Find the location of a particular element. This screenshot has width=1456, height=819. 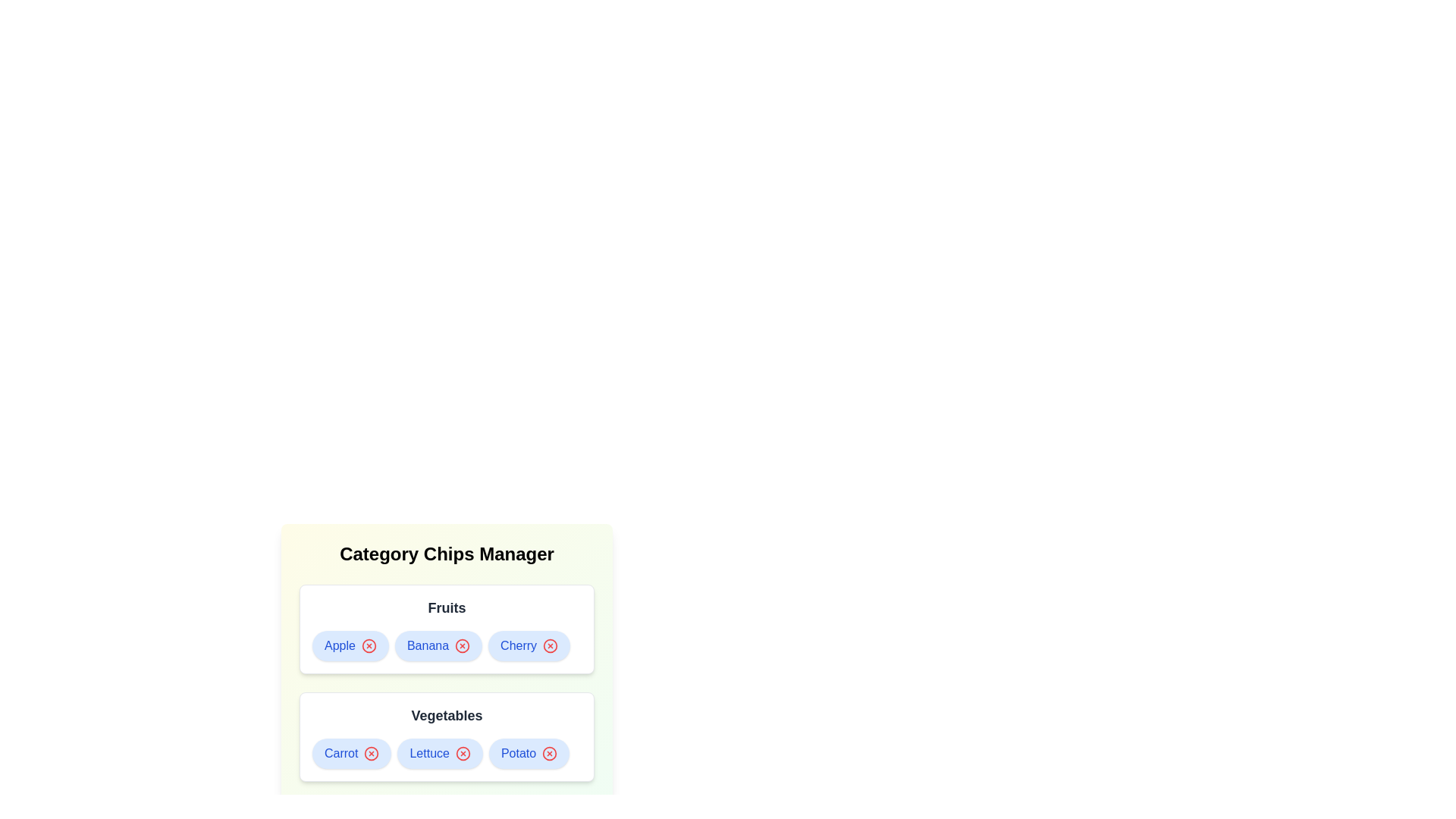

remove button for the chip labeled Banana is located at coordinates (462, 646).